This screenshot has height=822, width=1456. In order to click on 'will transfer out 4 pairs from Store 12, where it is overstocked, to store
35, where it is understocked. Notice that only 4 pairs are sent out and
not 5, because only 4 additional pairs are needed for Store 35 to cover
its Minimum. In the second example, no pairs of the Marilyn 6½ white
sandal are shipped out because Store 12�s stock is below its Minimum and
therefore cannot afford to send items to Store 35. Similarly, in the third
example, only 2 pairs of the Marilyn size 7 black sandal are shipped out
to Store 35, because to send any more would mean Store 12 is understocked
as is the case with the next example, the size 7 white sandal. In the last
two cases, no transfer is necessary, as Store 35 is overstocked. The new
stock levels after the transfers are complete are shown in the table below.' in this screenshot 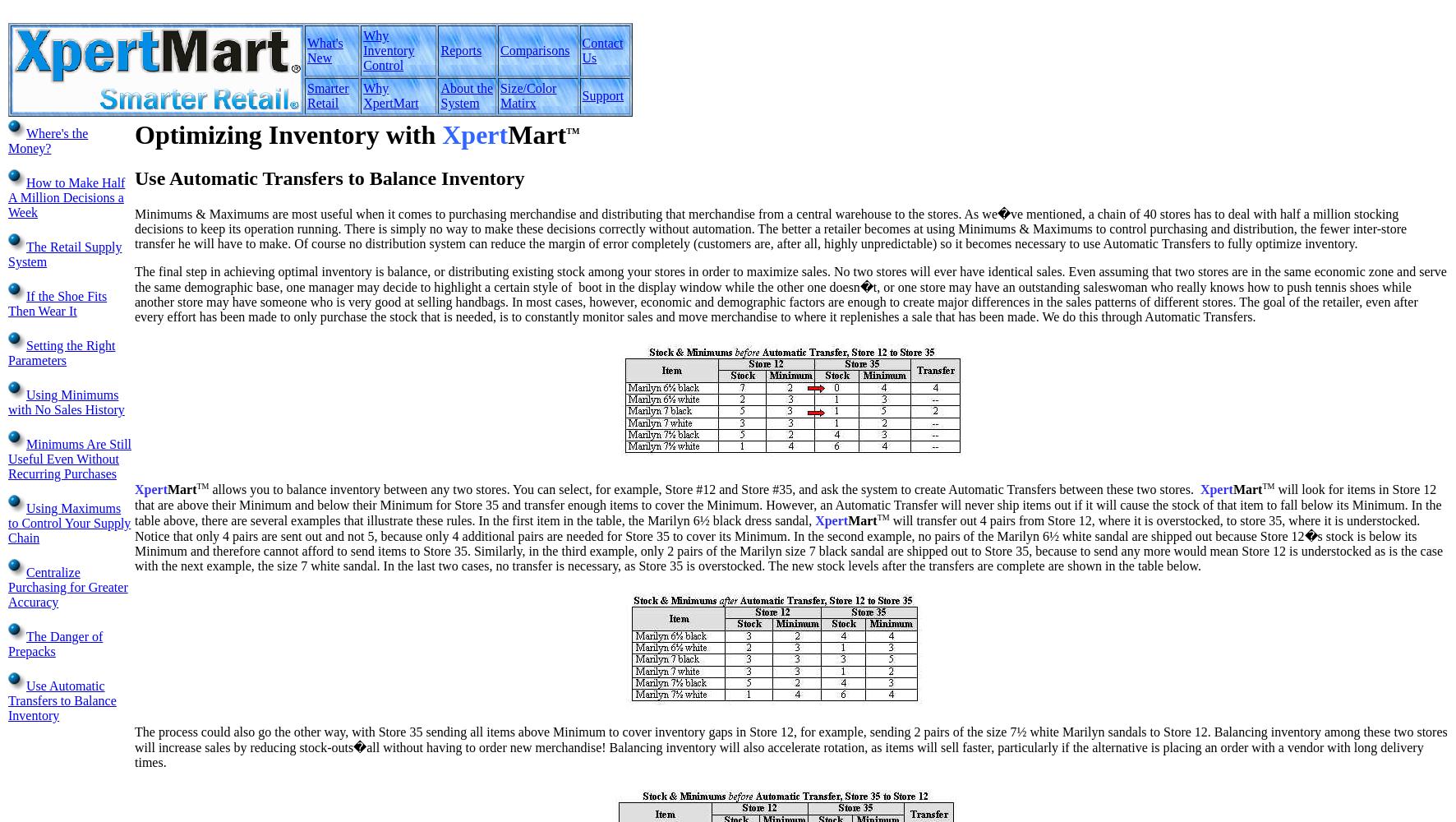, I will do `click(135, 543)`.